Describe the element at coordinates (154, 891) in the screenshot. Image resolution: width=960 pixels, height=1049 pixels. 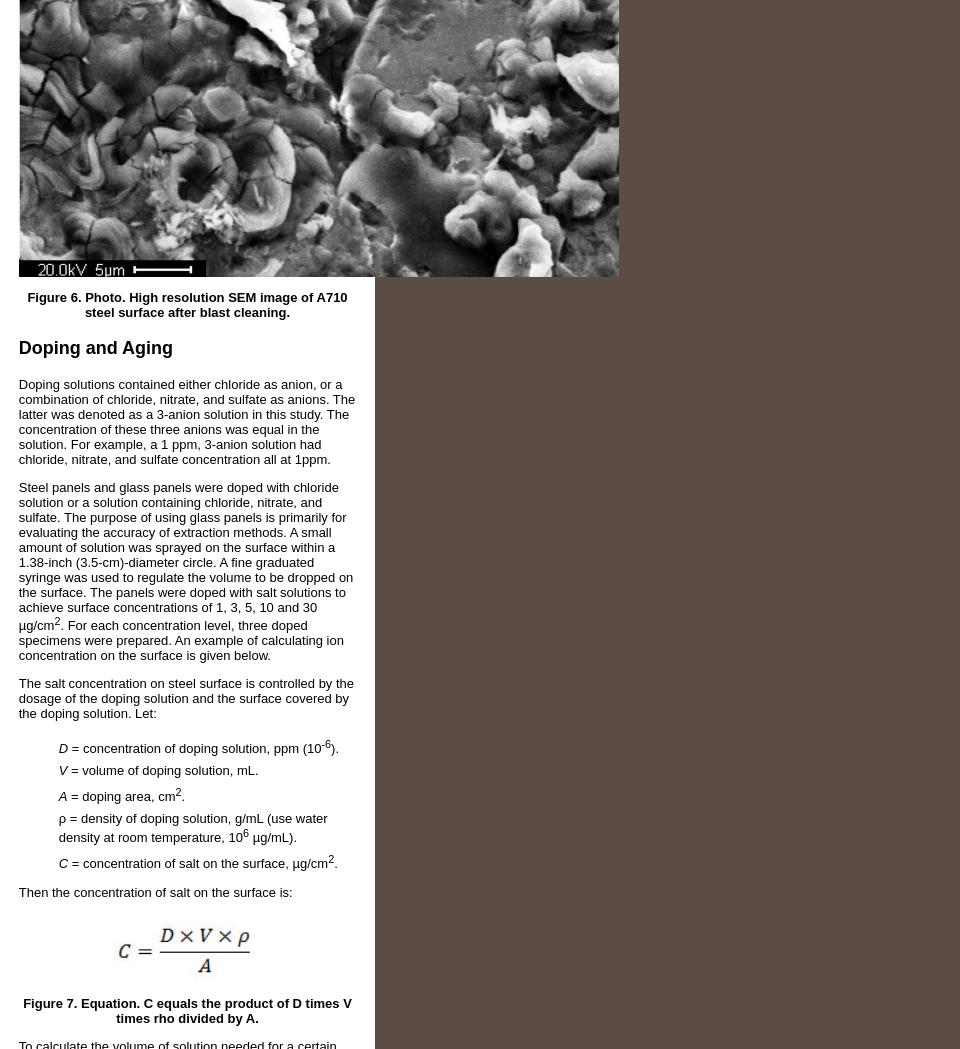
I see `'Then the concentration of salt on the surface is:'` at that location.